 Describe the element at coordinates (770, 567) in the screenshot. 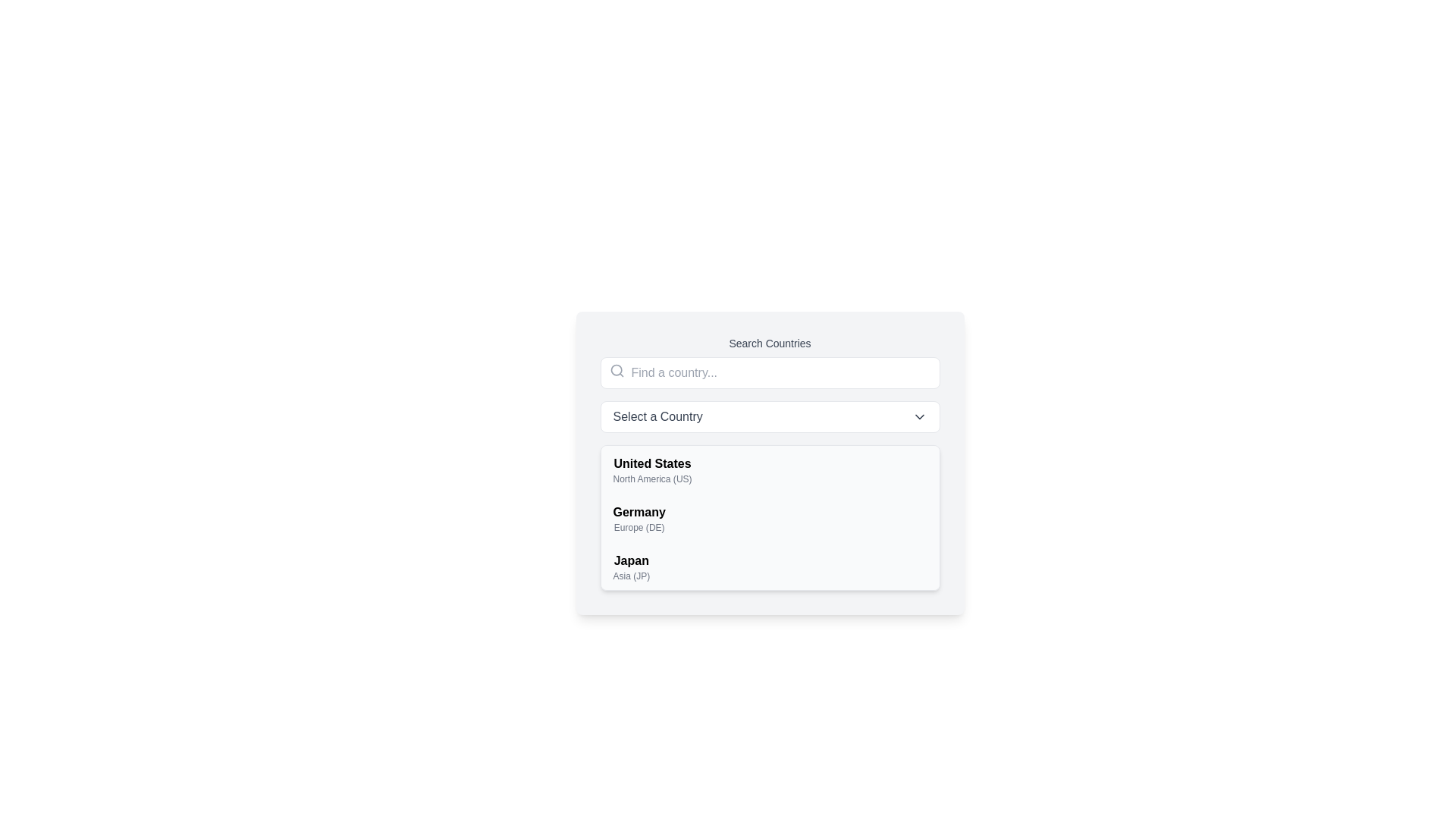

I see `the third entry in the selectable list that displays 'Japan' and 'Asia (JP)' to change its background` at that location.